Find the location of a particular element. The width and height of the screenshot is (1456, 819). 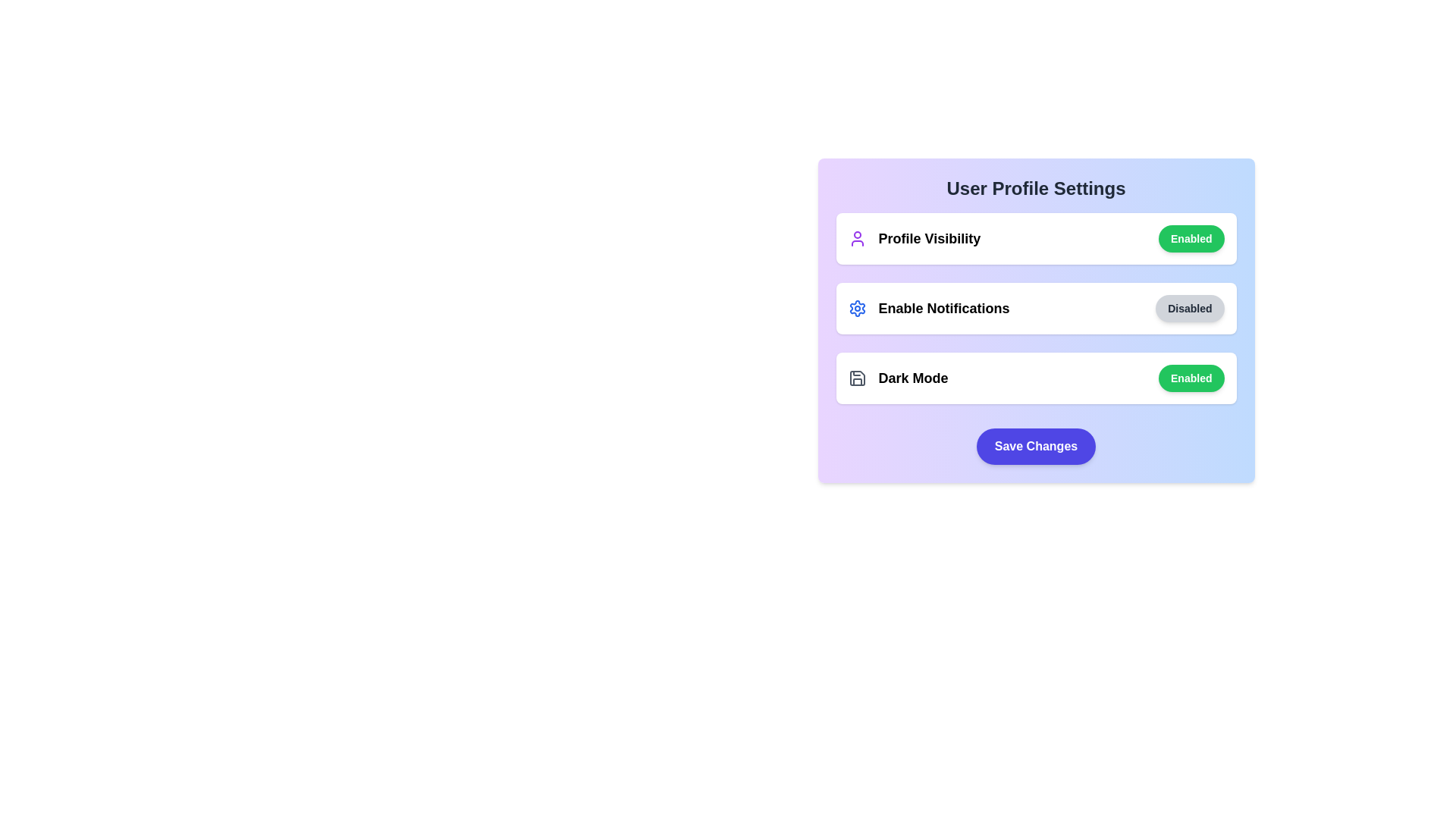

the Enable Notifications section to observe visual feedback is located at coordinates (1035, 308).